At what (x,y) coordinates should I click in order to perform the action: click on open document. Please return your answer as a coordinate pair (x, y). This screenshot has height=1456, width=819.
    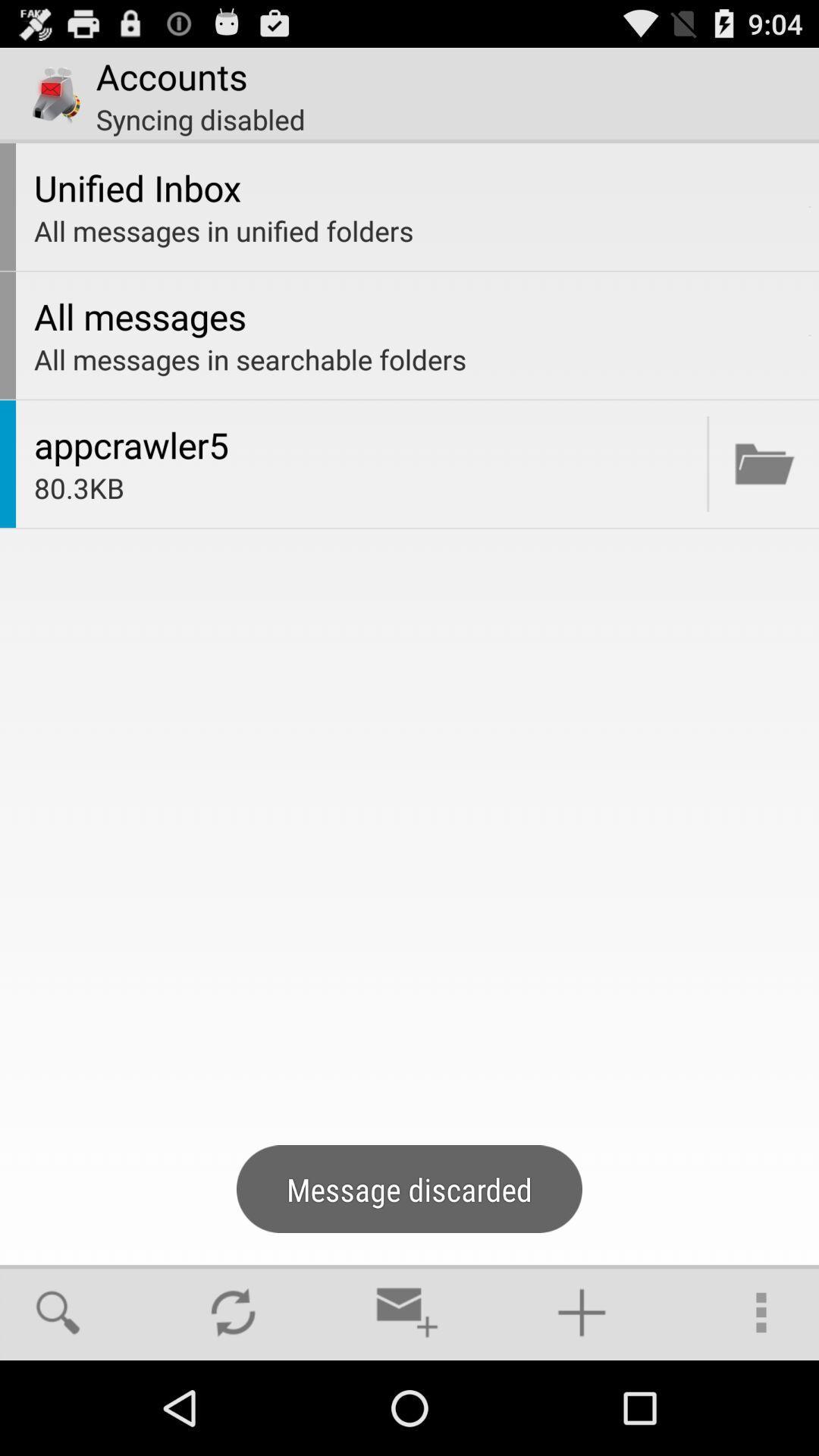
    Looking at the image, I should click on (764, 463).